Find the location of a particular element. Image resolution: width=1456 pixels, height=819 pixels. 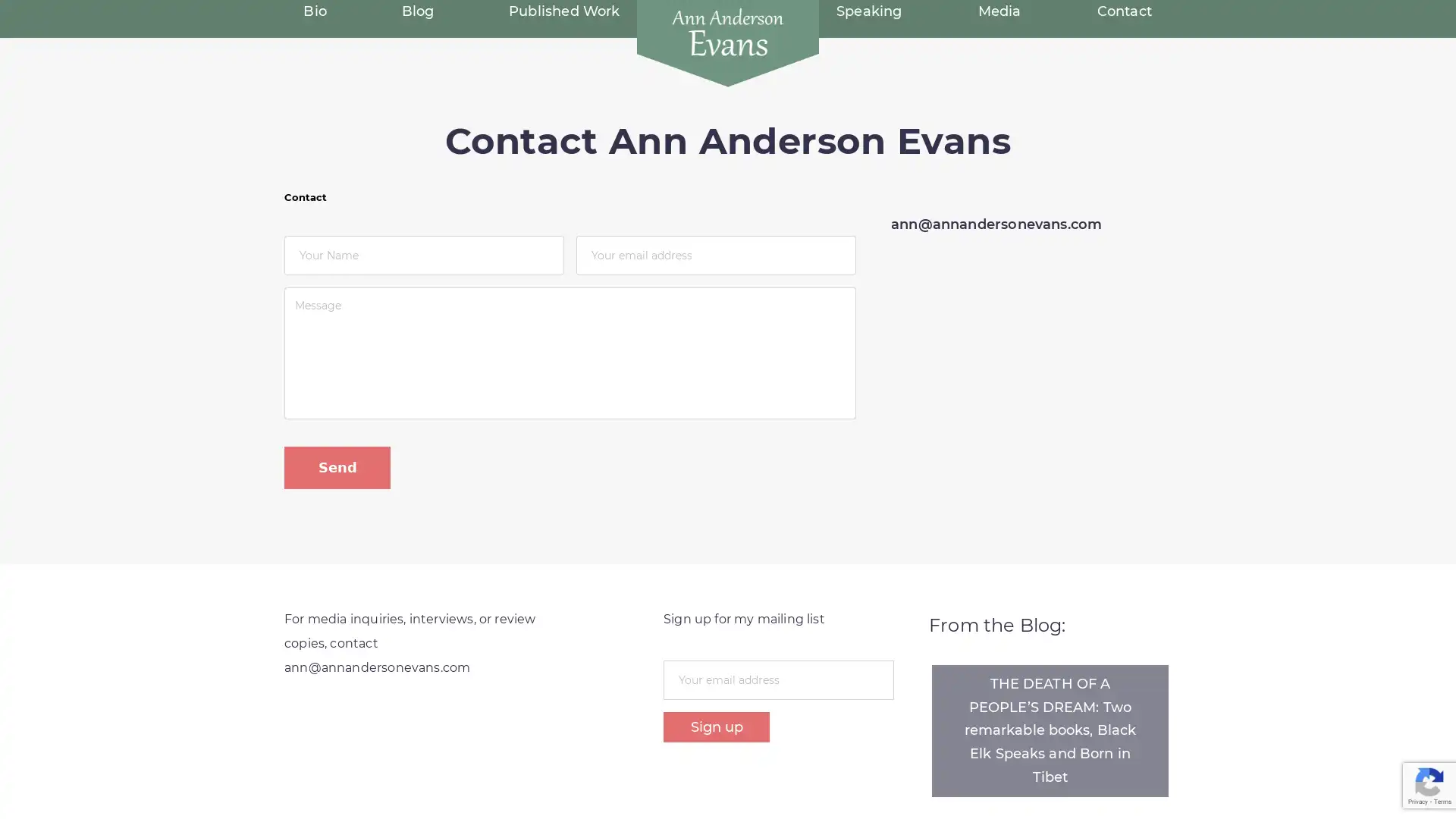

Sign up is located at coordinates (716, 726).